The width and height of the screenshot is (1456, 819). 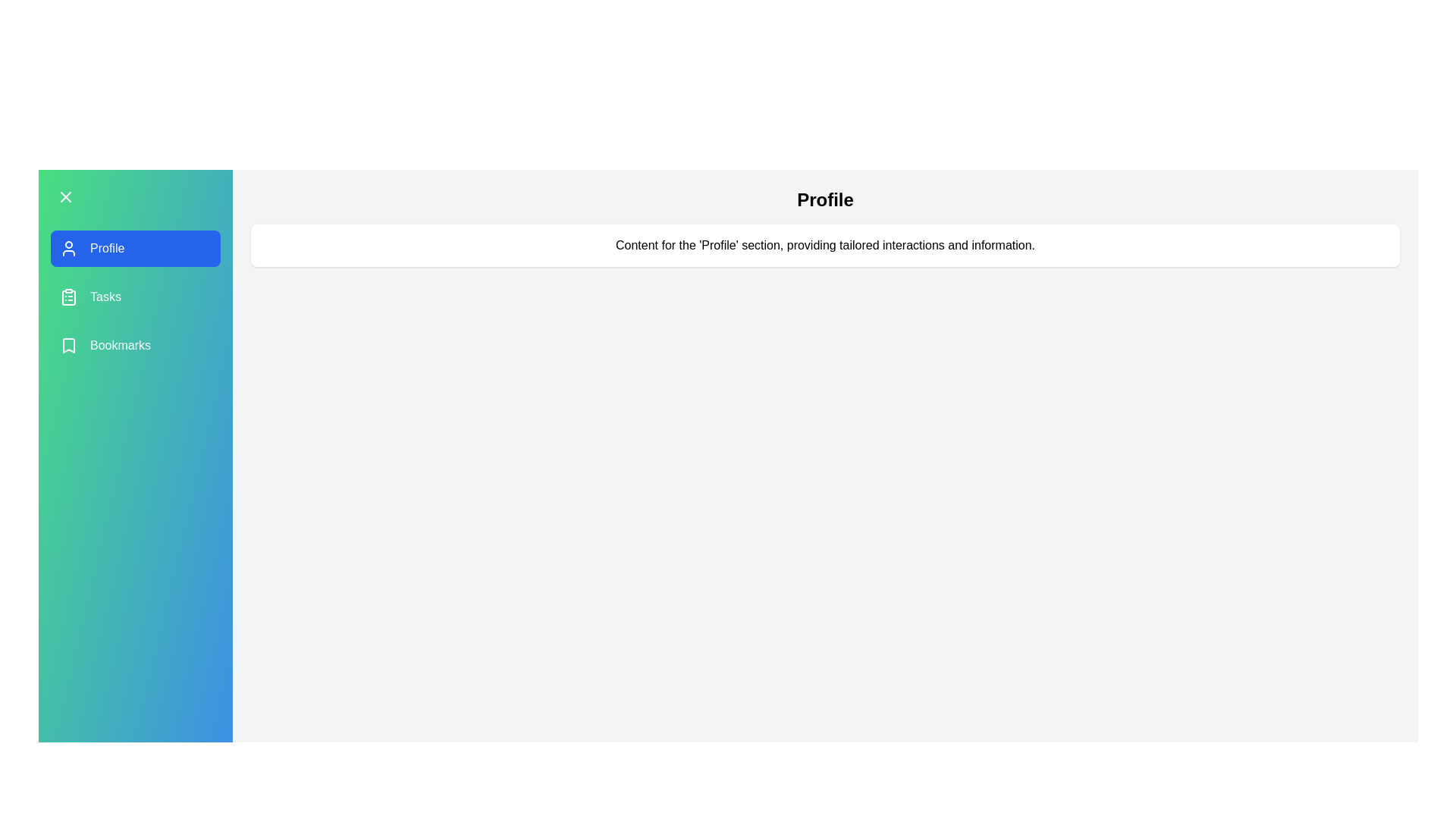 I want to click on the menu item labeled Profile to highlight it, so click(x=135, y=247).